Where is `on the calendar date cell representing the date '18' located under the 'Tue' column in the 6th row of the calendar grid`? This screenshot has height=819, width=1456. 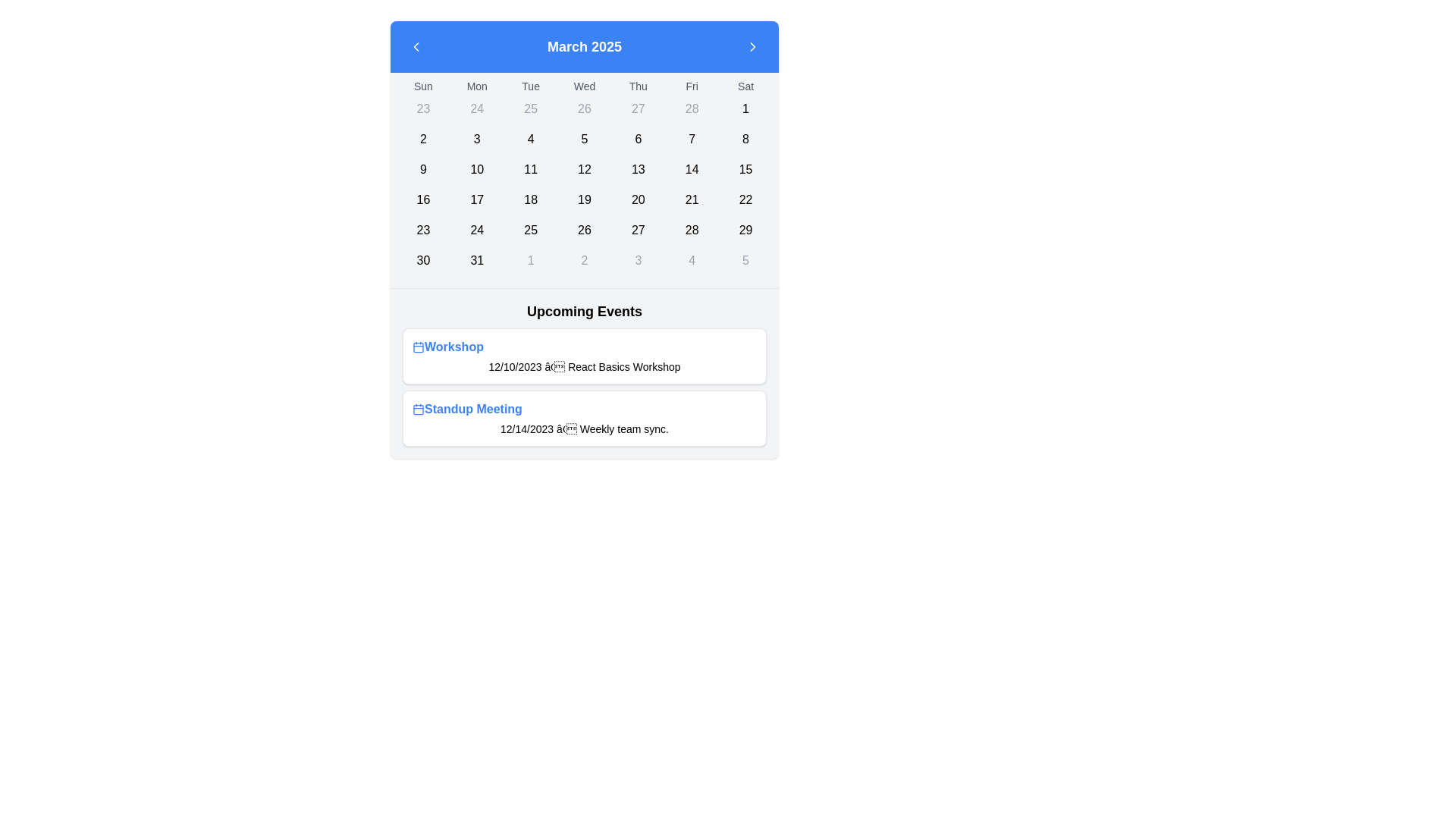
on the calendar date cell representing the date '18' located under the 'Tue' column in the 6th row of the calendar grid is located at coordinates (531, 199).